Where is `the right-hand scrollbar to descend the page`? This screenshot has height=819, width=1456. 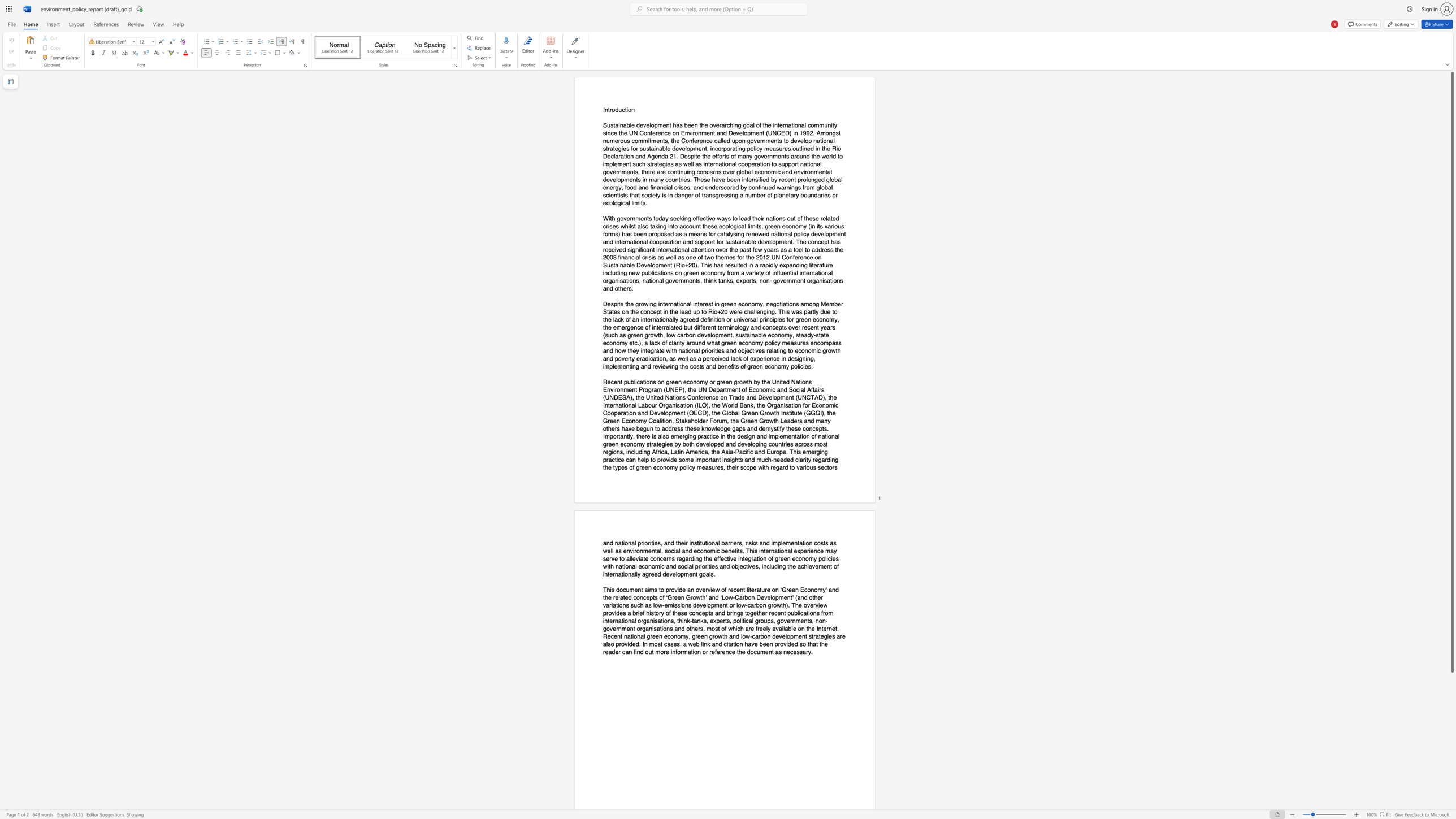 the right-hand scrollbar to descend the page is located at coordinates (1451, 754).